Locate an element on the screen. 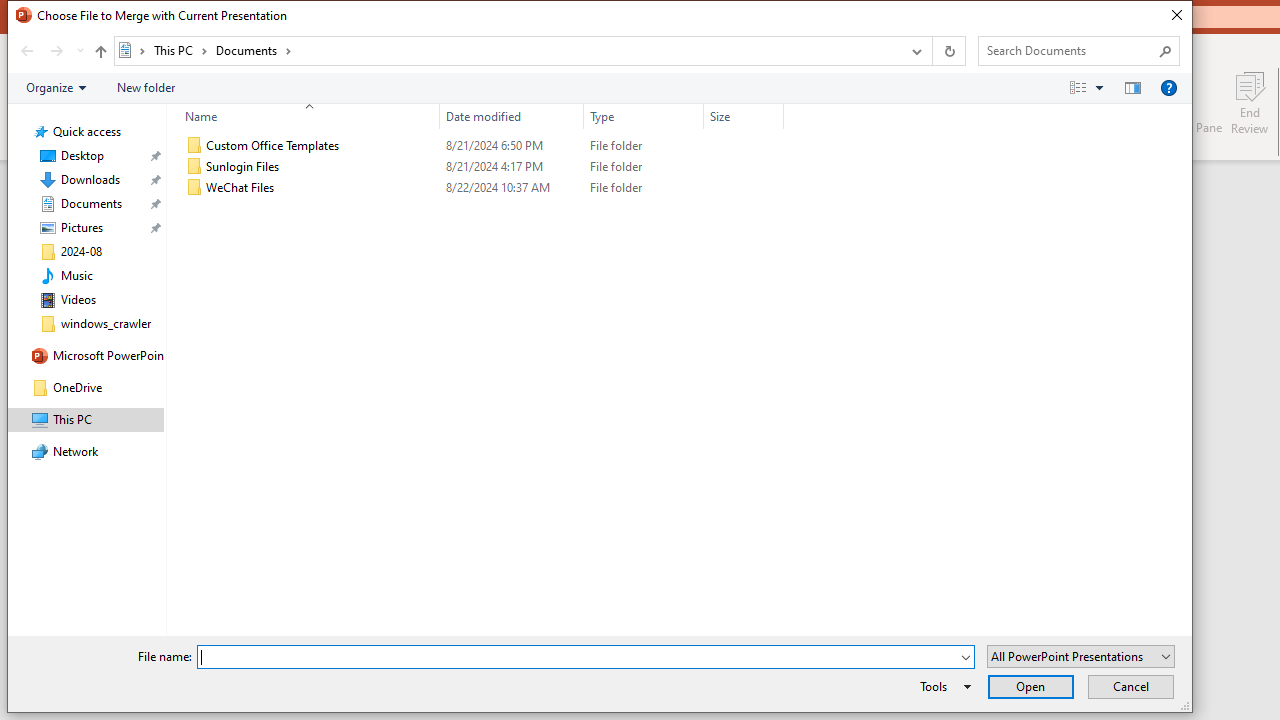  'Sunlogin Files' is located at coordinates (480, 166).